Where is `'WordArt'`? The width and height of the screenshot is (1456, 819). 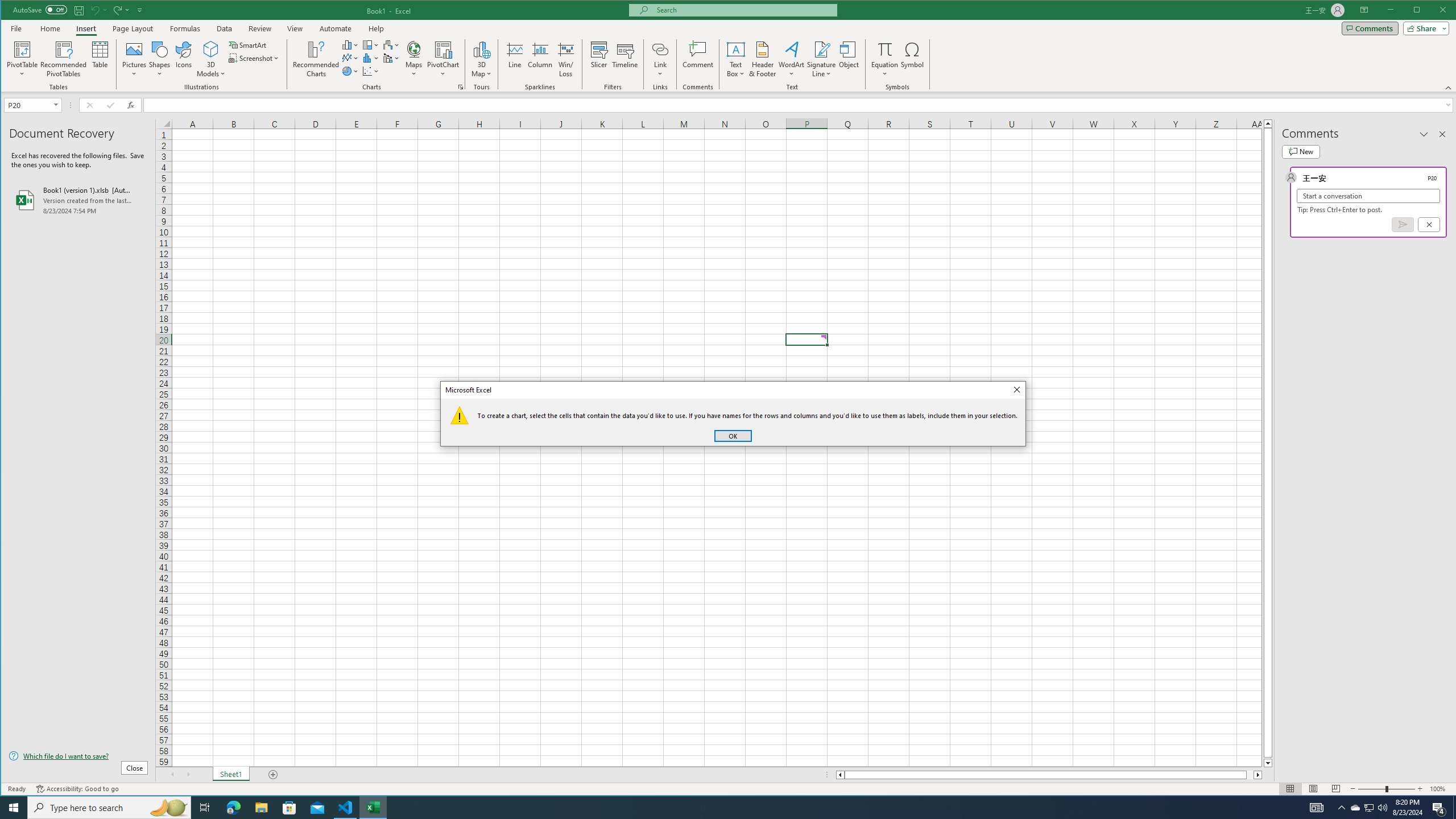 'WordArt' is located at coordinates (791, 59).